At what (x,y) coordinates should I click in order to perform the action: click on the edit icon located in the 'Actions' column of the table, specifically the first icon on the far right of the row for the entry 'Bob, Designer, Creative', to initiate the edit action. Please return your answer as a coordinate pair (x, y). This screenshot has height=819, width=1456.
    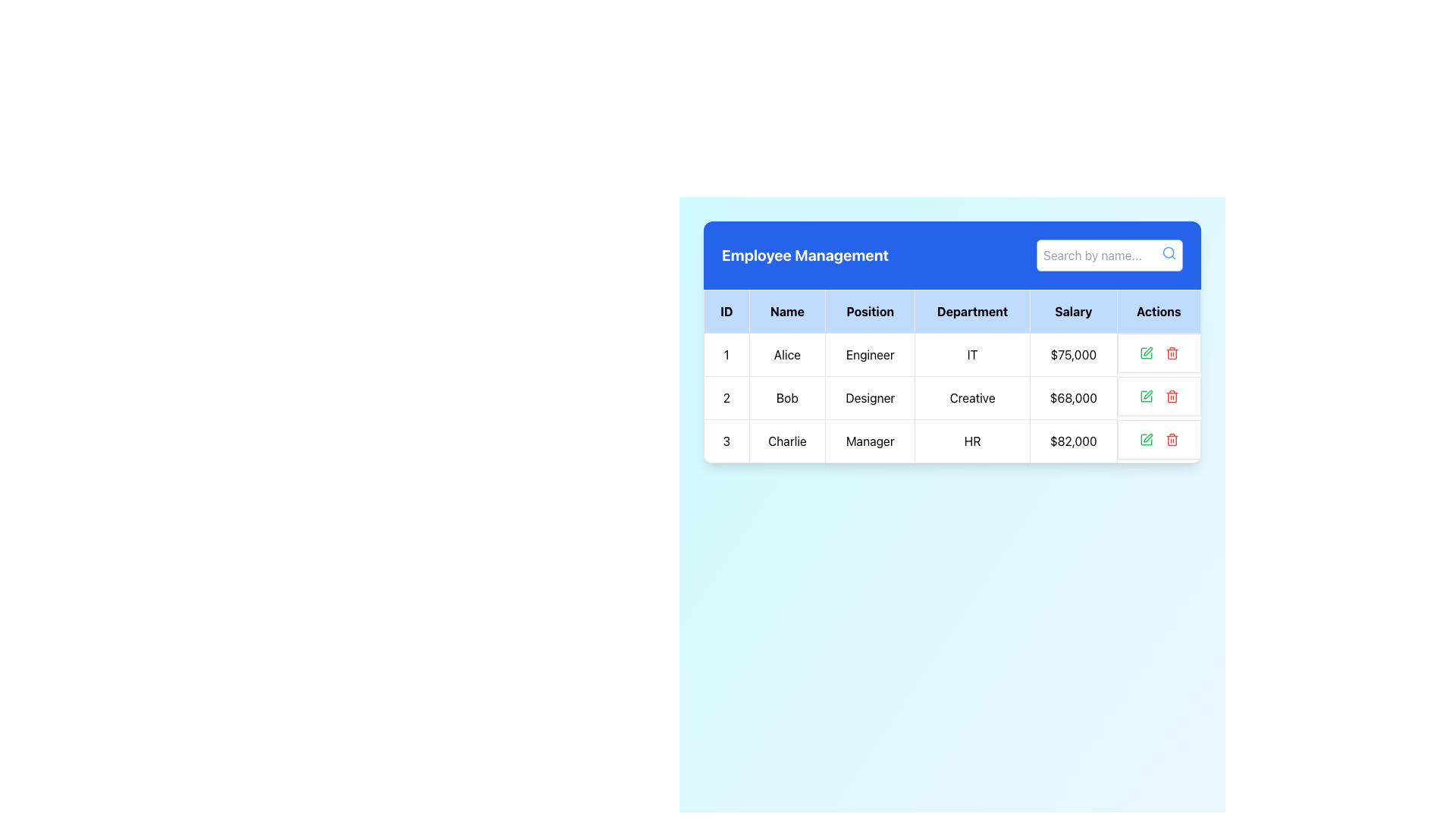
    Looking at the image, I should click on (1147, 394).